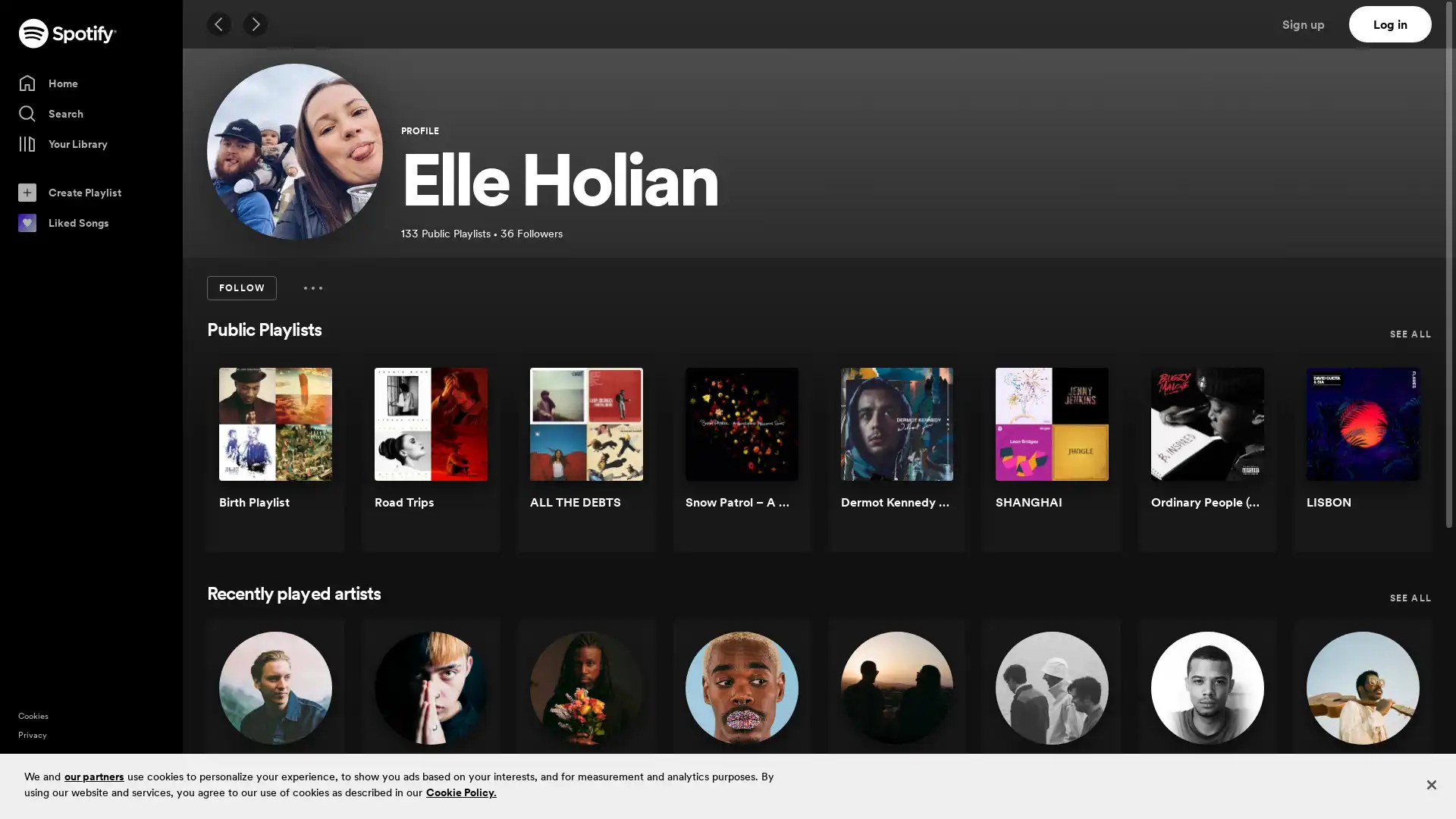 This screenshot has width=1456, height=819. I want to click on Play Ordinary People (feat. JP Cooper)  Bugzy Malone, so click(1240, 461).